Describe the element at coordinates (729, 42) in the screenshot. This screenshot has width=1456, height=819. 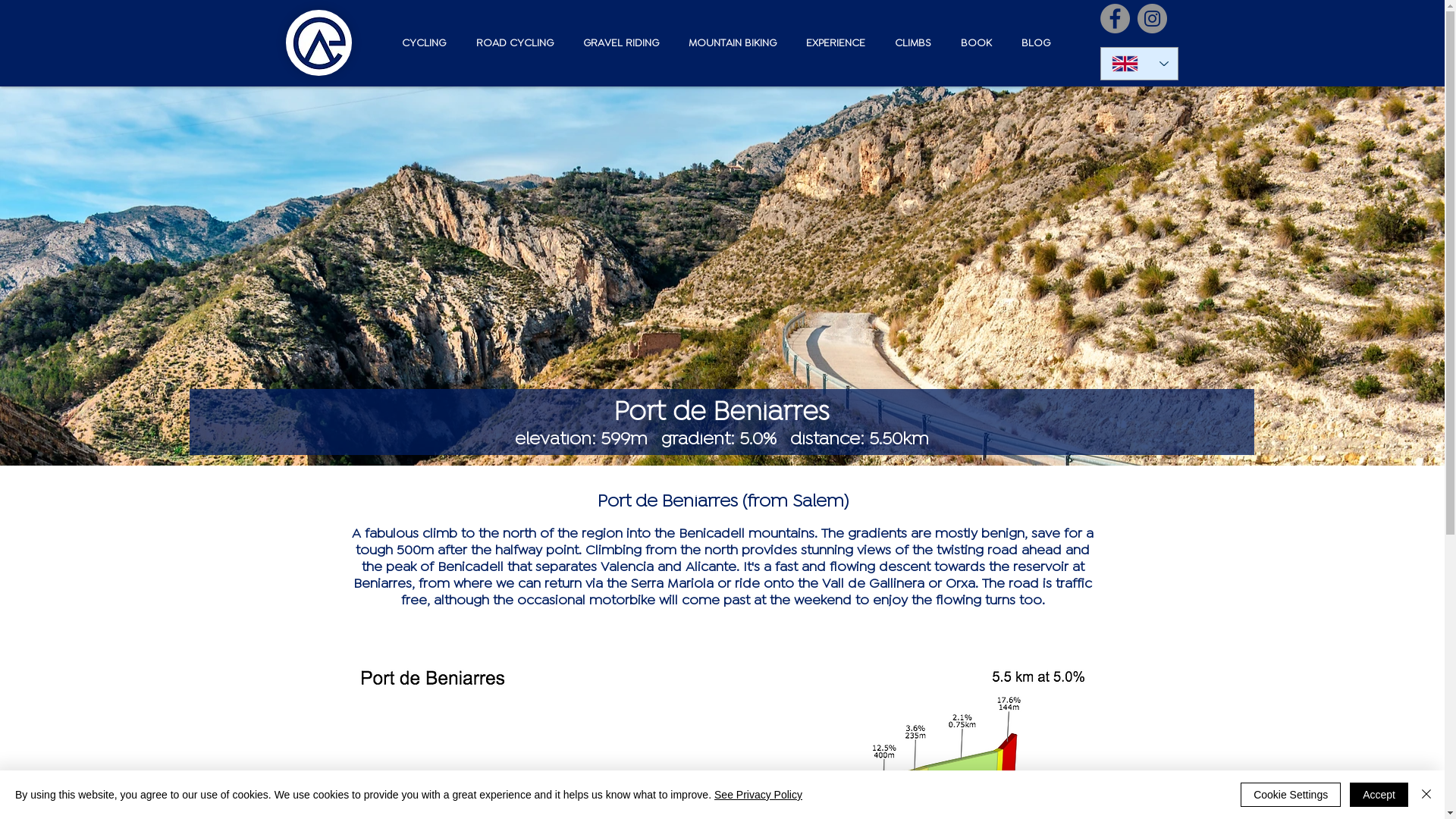
I see `'MOUNTAIN BIKING'` at that location.